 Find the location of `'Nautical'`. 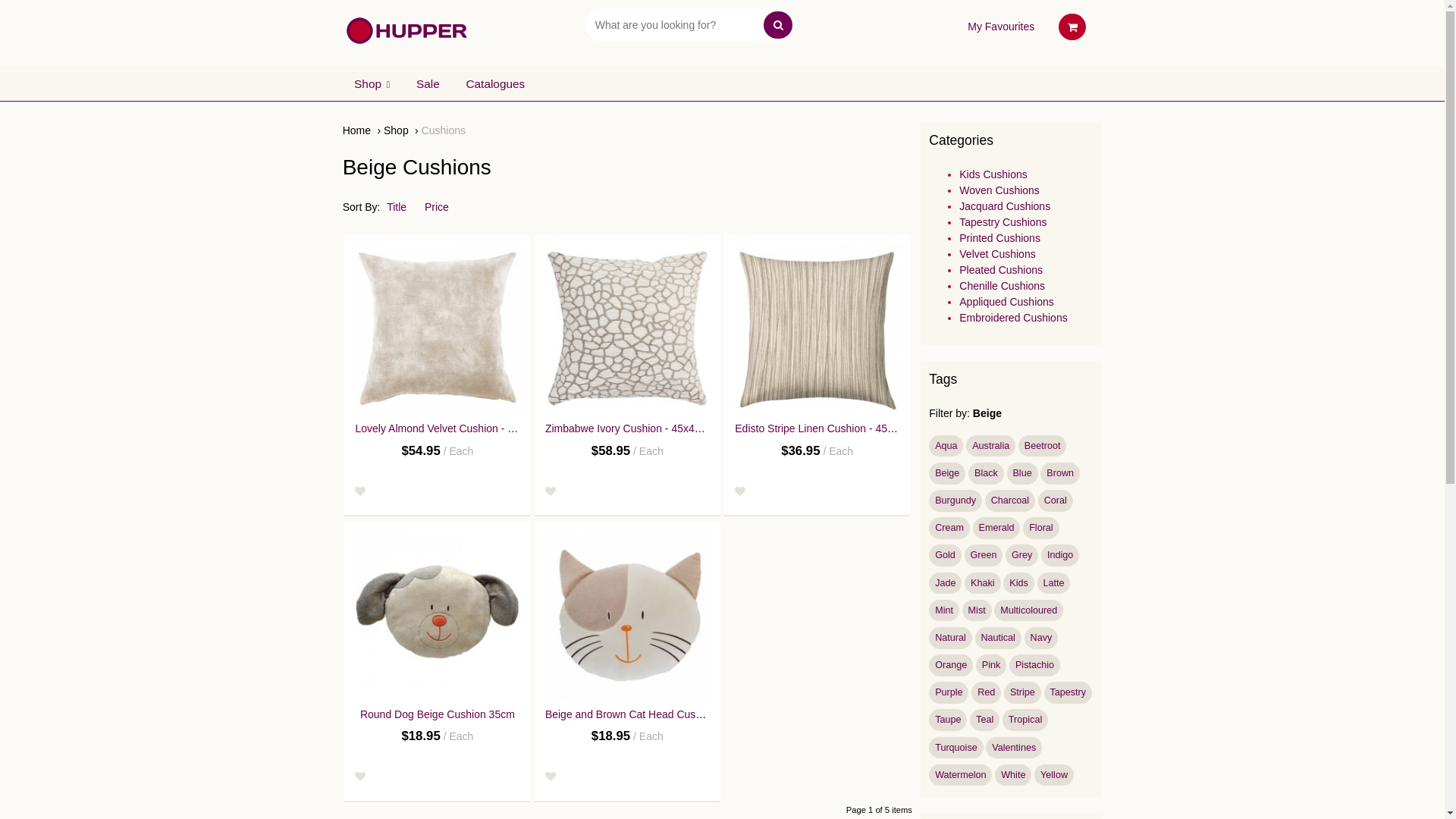

'Nautical' is located at coordinates (975, 638).